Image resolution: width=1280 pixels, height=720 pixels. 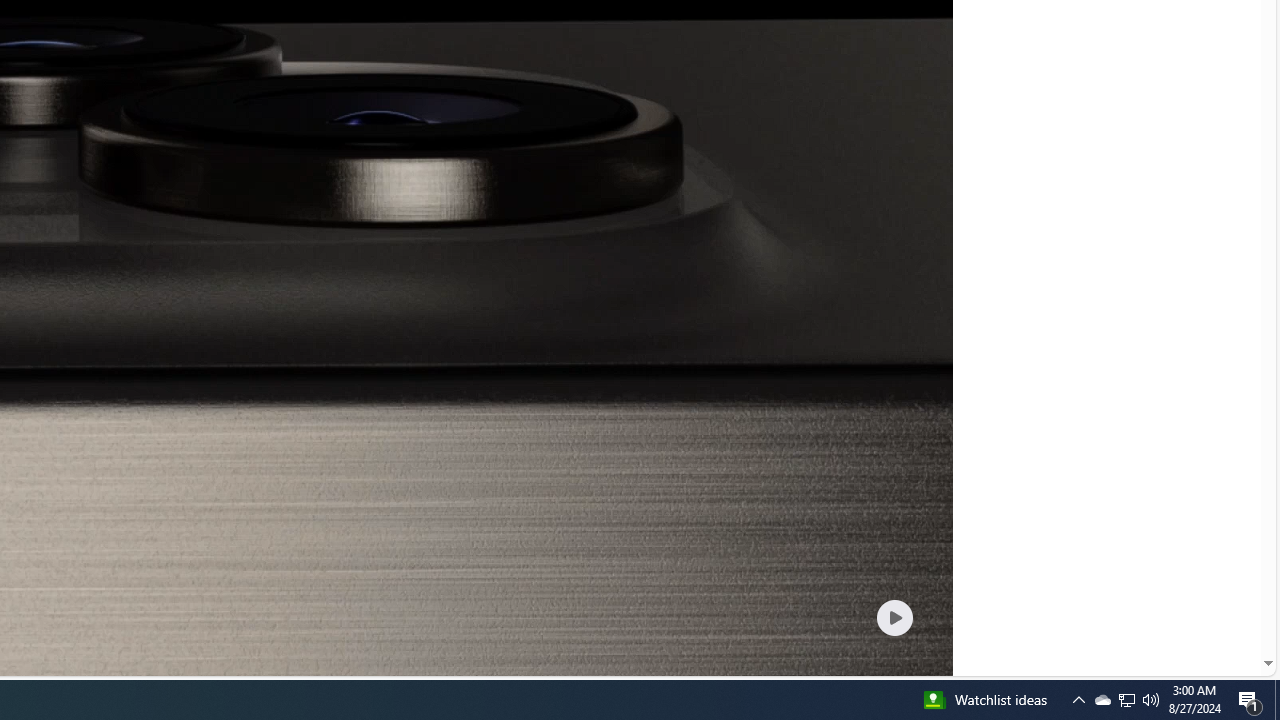 I want to click on 'Class: control-centered-small-icon', so click(x=893, y=616).